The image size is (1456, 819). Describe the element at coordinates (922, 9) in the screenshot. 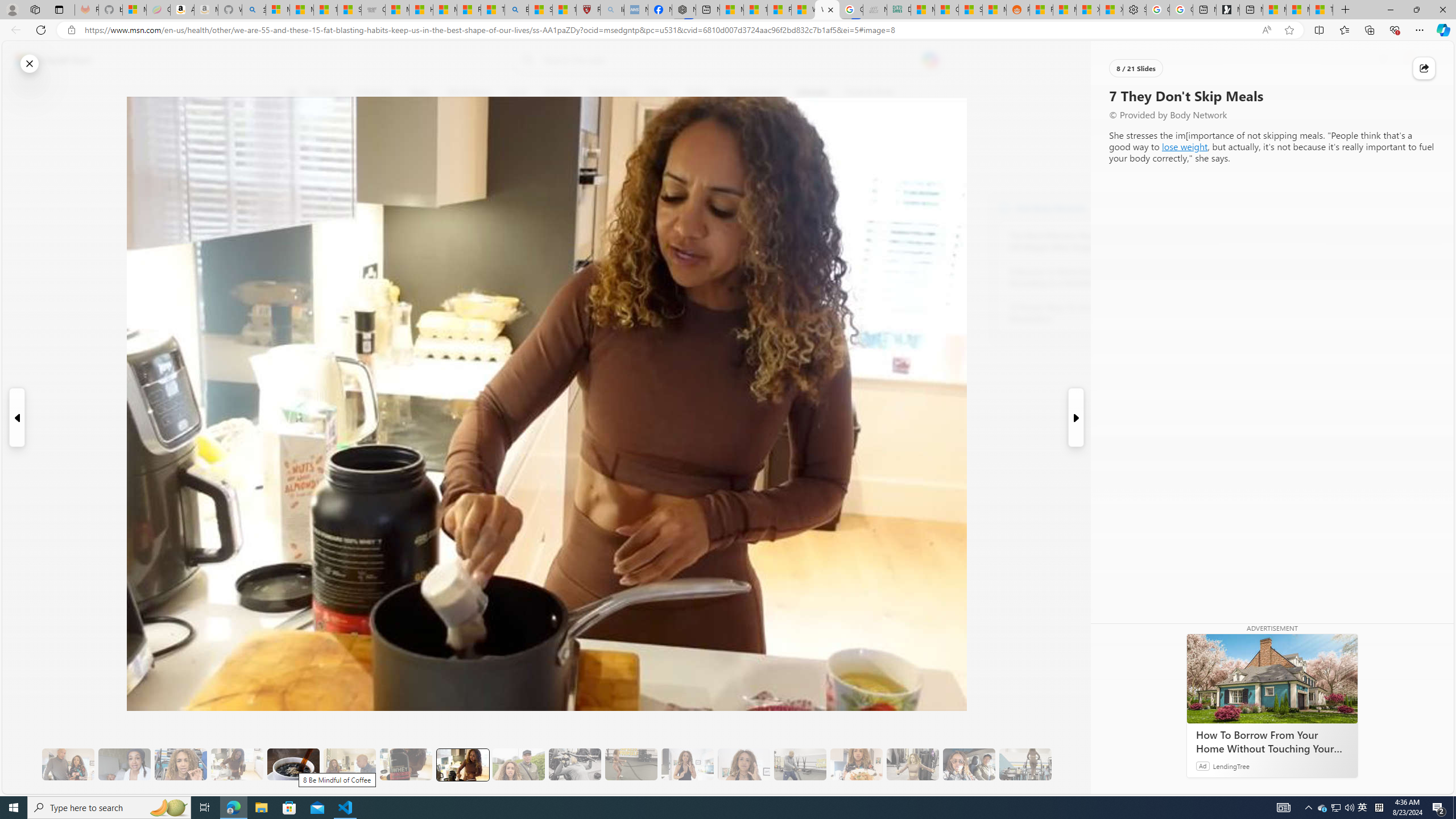

I see `'MSNBC - MSN'` at that location.